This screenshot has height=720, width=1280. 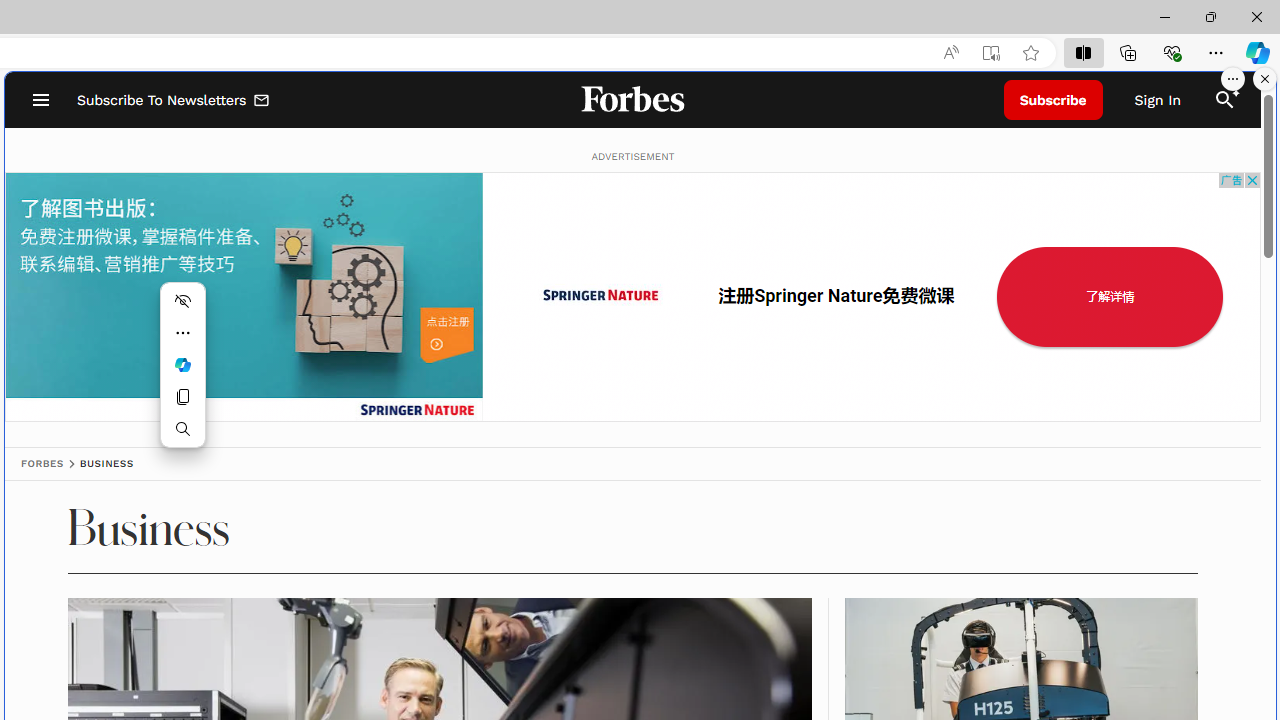 What do you see at coordinates (1232, 78) in the screenshot?
I see `'More options.'` at bounding box center [1232, 78].